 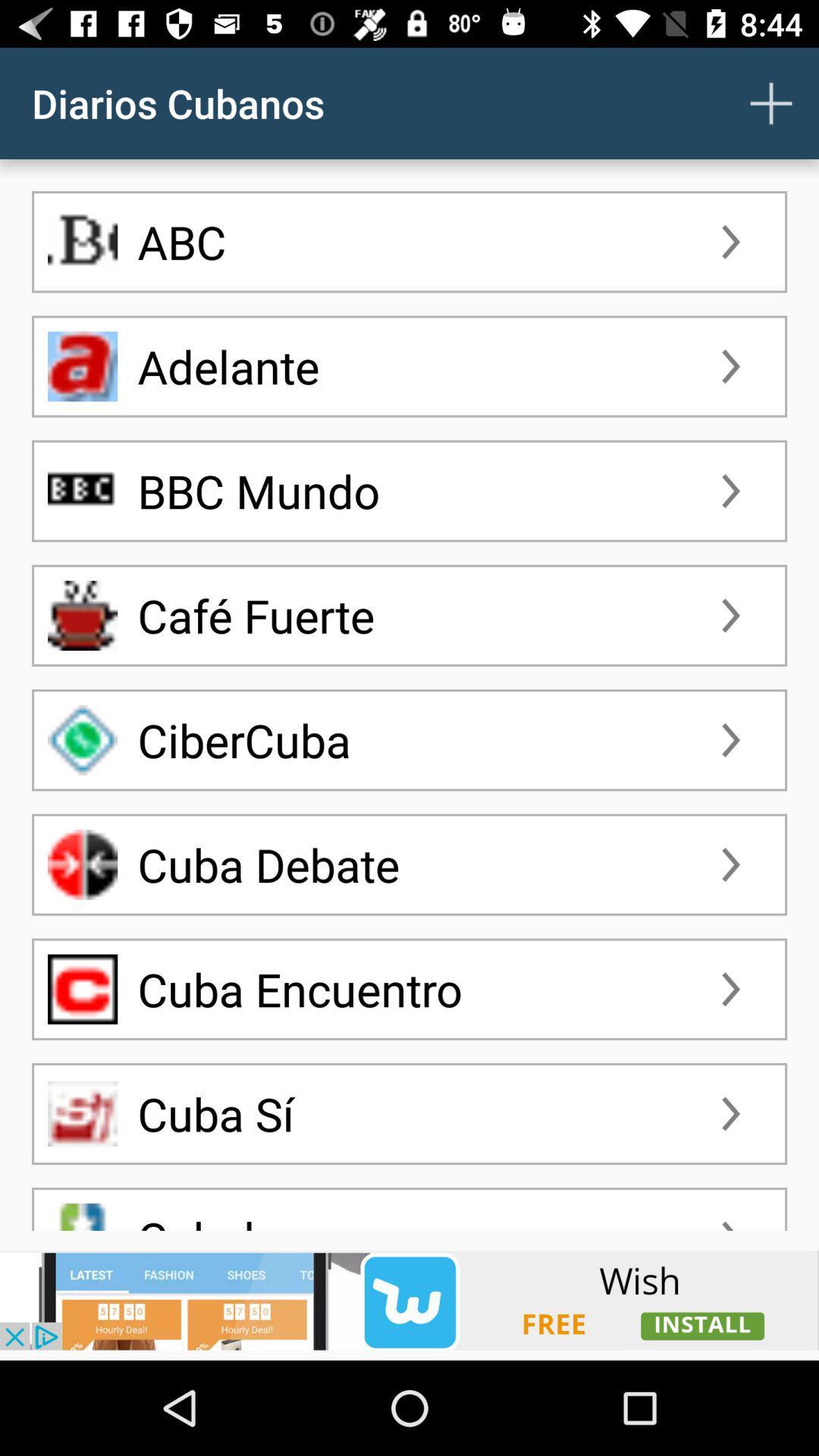 What do you see at coordinates (771, 102) in the screenshot?
I see `a contact` at bounding box center [771, 102].